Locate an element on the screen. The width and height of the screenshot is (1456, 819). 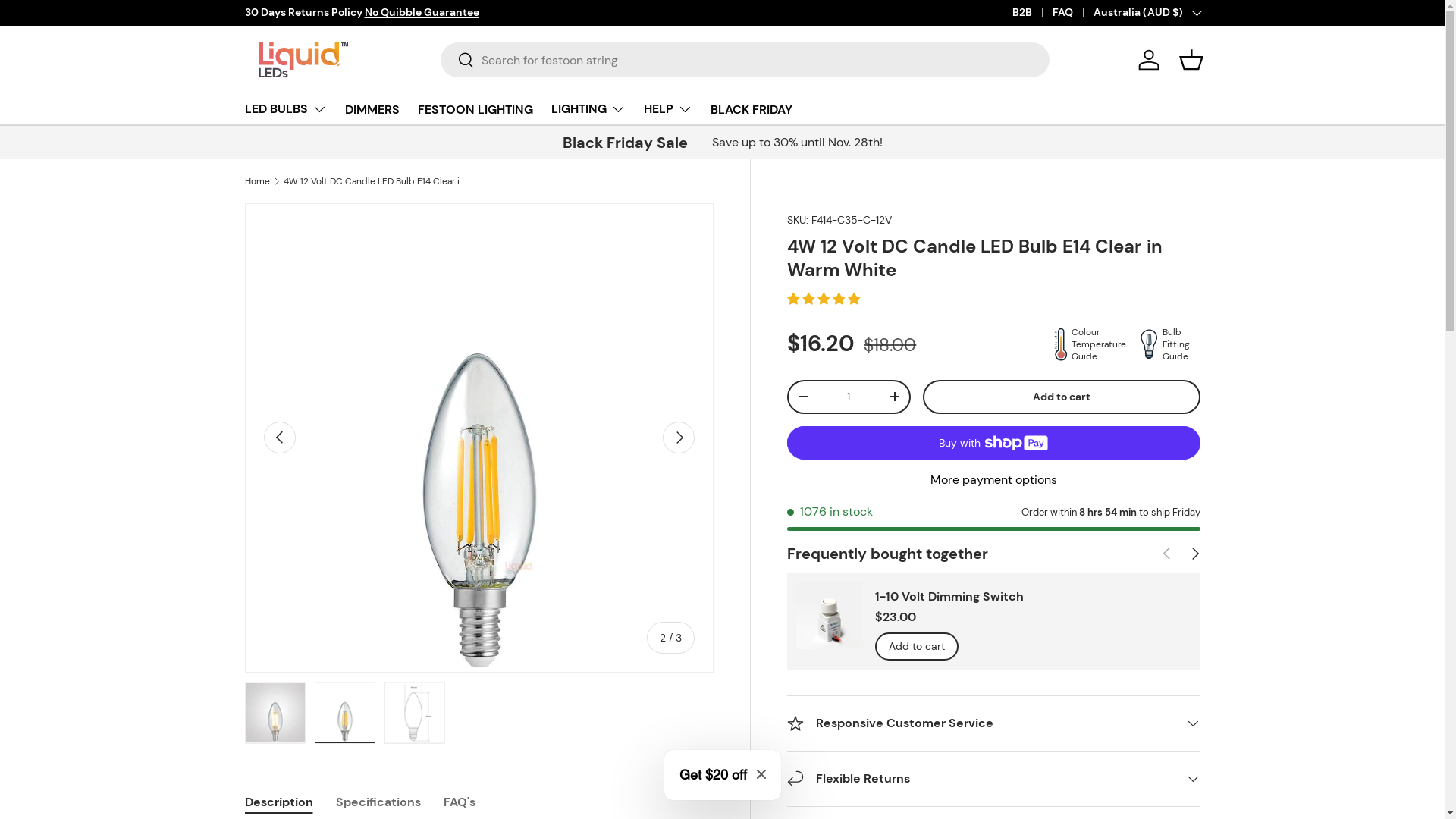
'More payment options' is located at coordinates (993, 479).